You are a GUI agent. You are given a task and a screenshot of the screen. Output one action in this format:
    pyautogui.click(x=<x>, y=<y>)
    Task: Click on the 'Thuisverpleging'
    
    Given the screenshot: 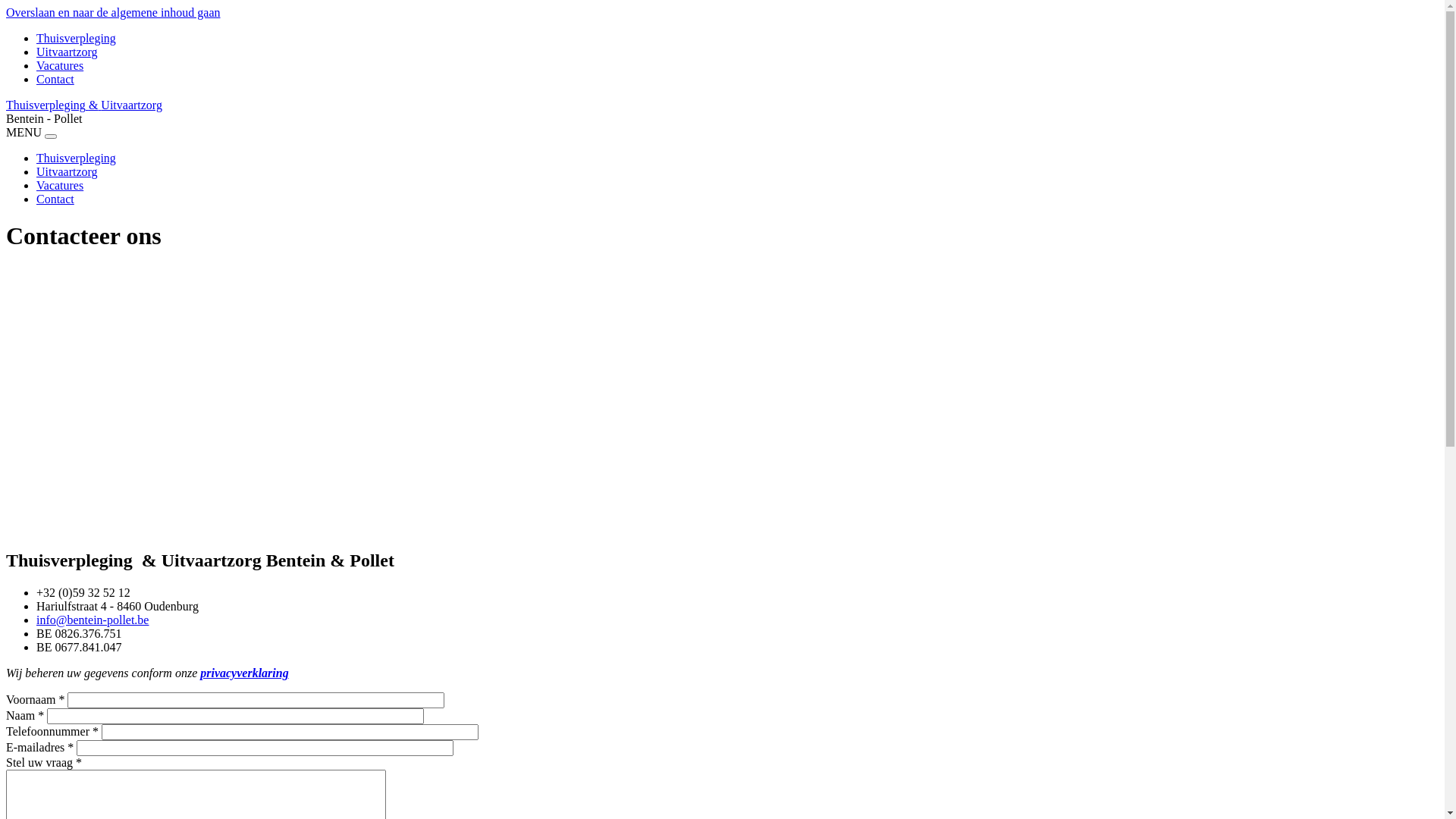 What is the action you would take?
    pyautogui.click(x=75, y=158)
    